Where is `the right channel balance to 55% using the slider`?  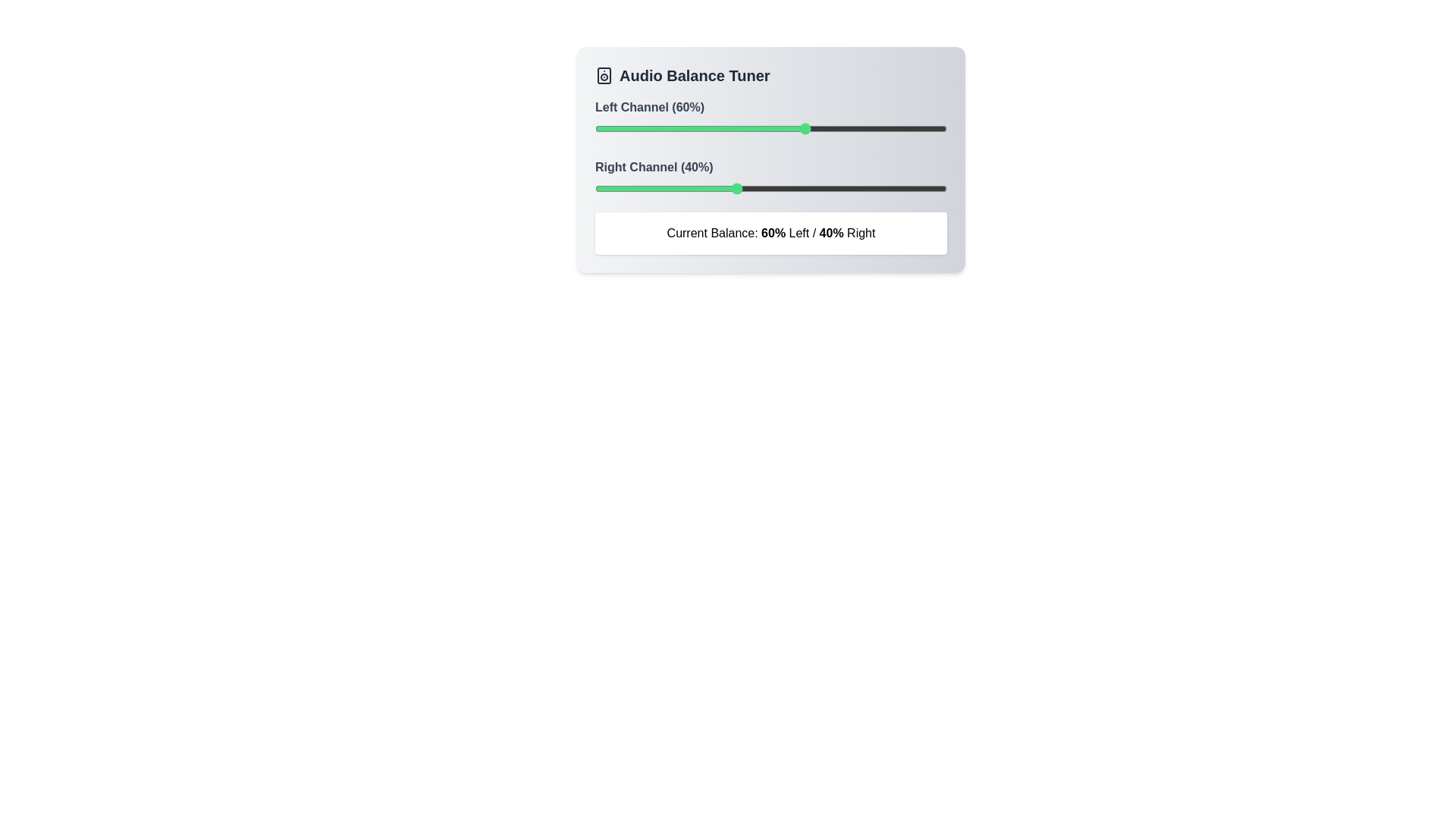 the right channel balance to 55% using the slider is located at coordinates (789, 188).